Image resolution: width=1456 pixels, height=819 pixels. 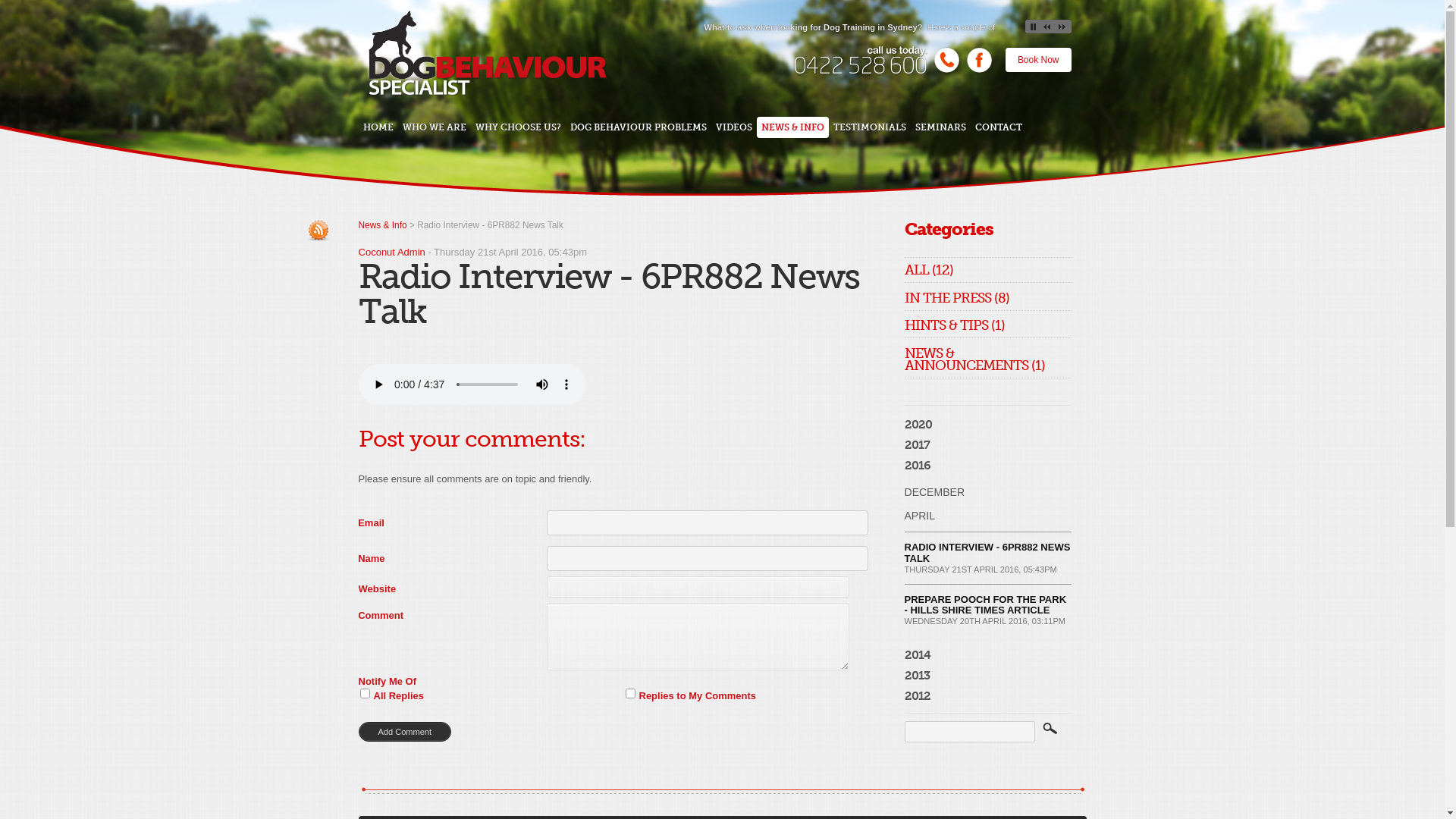 I want to click on 'HINTS & TIPS (1)', so click(x=952, y=327).